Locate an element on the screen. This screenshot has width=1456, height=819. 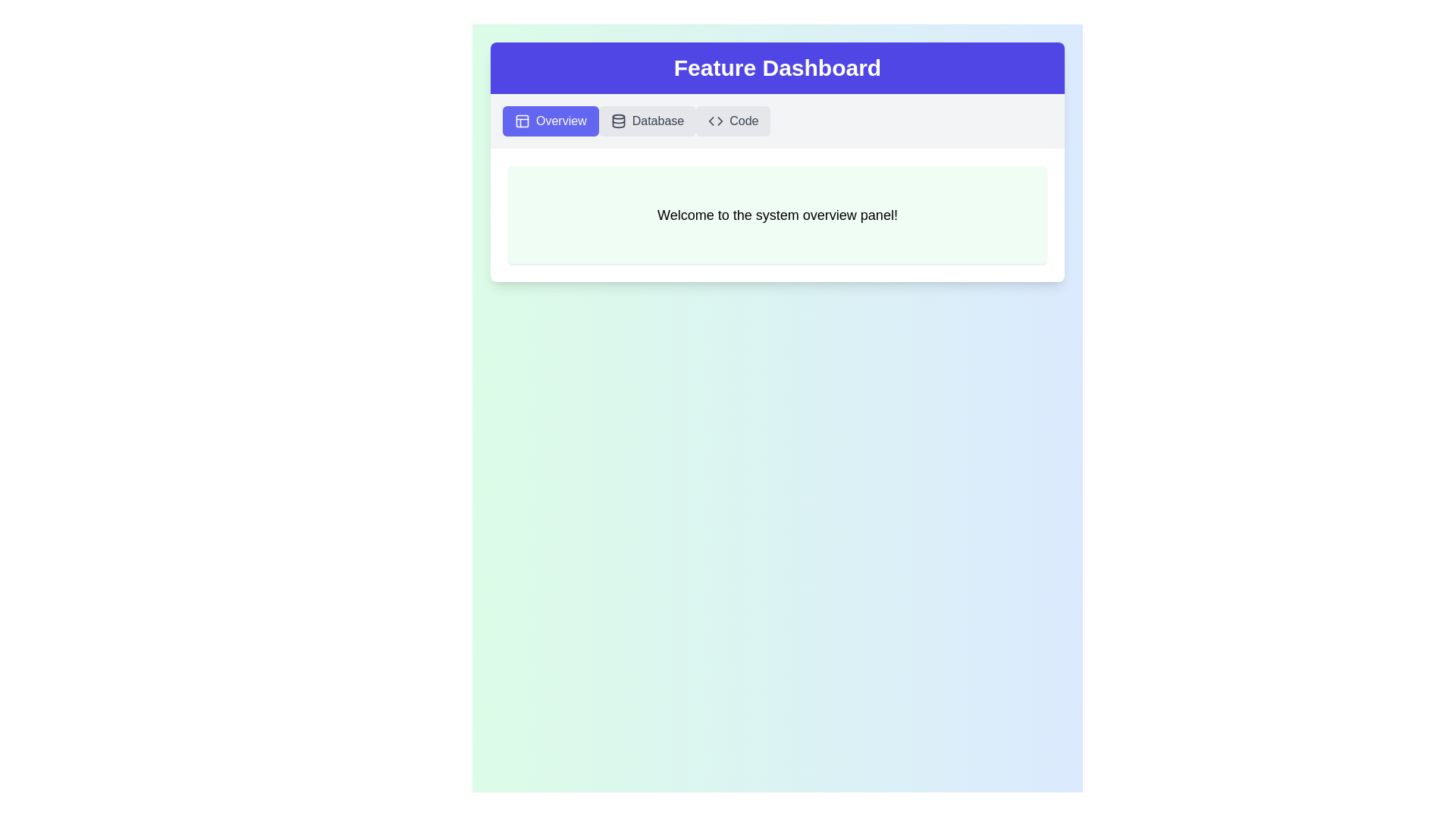
the centered green-highlighted text message box containing the message 'Welcome to the system overview panel!' is located at coordinates (777, 215).